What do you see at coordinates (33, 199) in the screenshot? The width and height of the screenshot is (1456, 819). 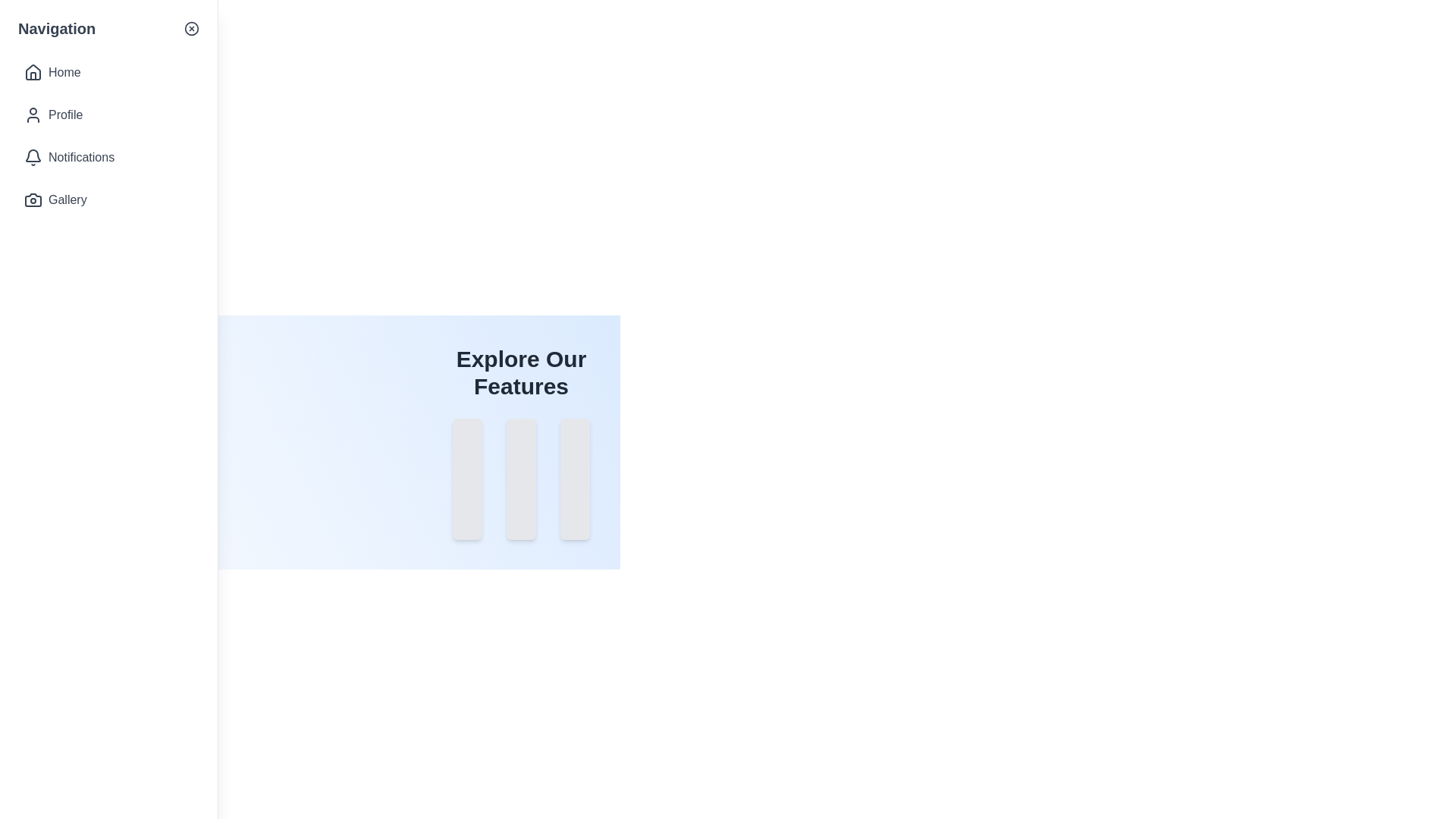 I see `the upper part of the camera icon in the navigation menu next to the 'Gallery' label` at bounding box center [33, 199].